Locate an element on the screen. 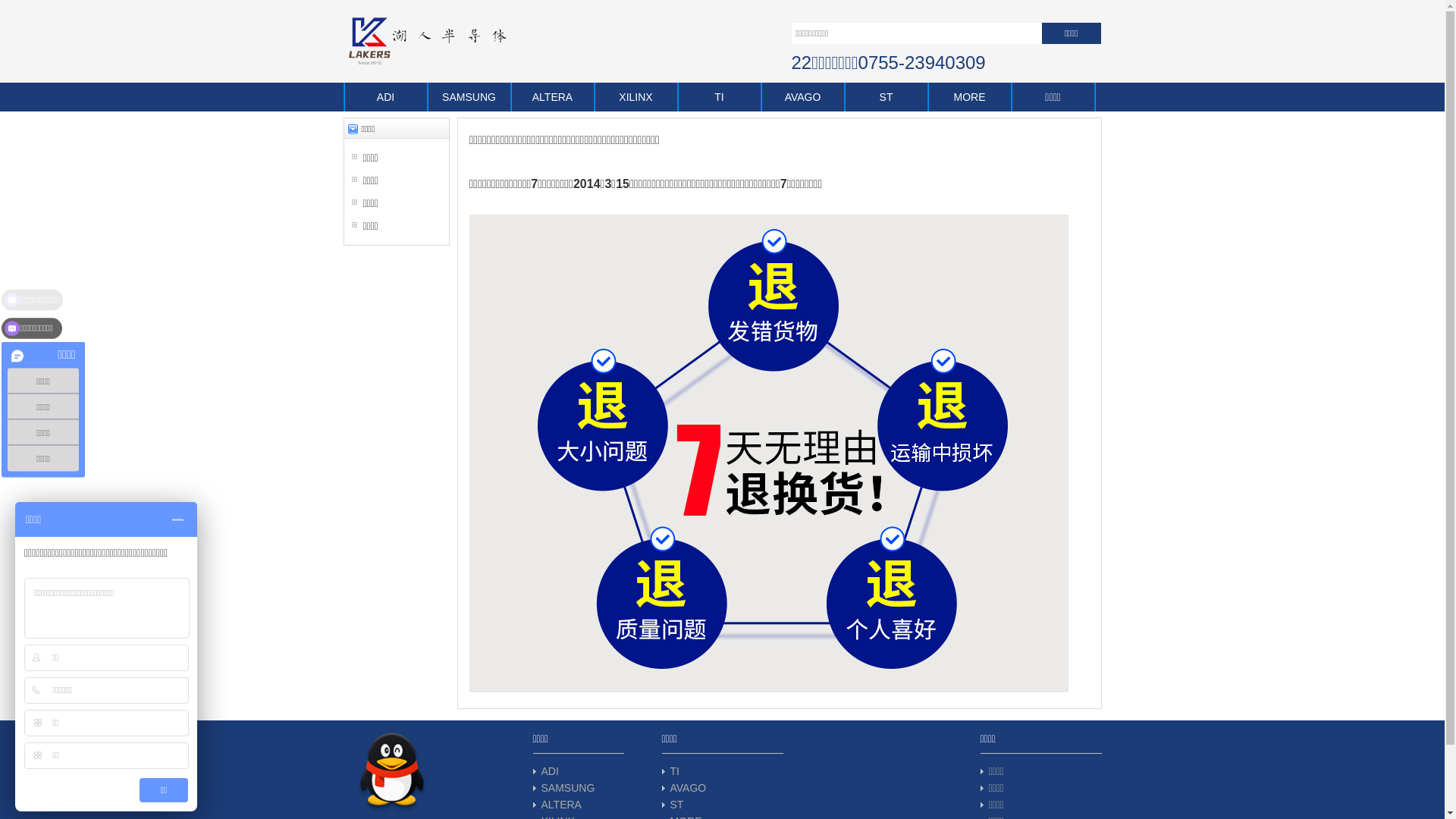  'ADI' is located at coordinates (549, 771).